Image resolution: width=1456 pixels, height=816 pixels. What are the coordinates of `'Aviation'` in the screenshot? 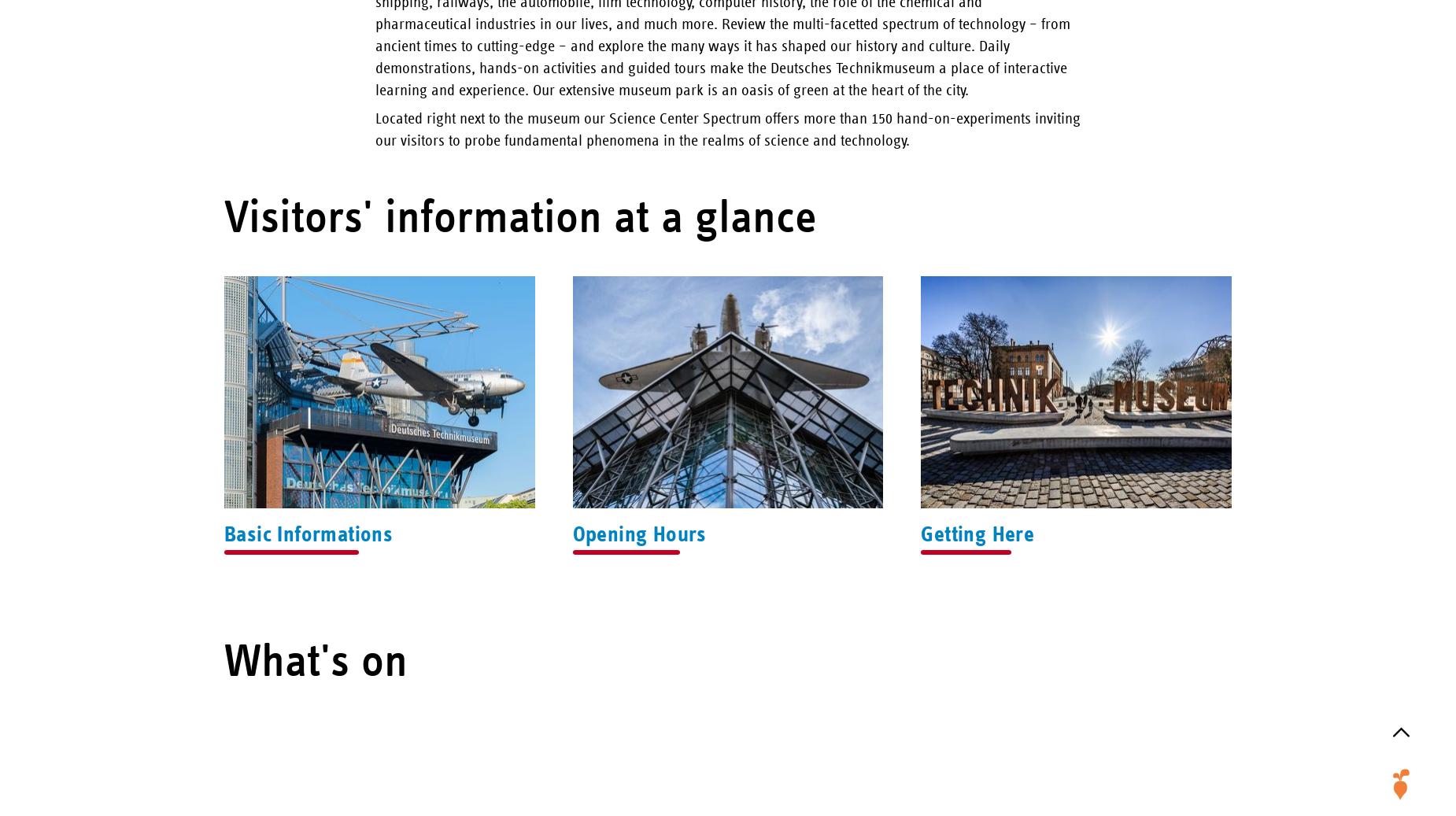 It's located at (1401, 618).